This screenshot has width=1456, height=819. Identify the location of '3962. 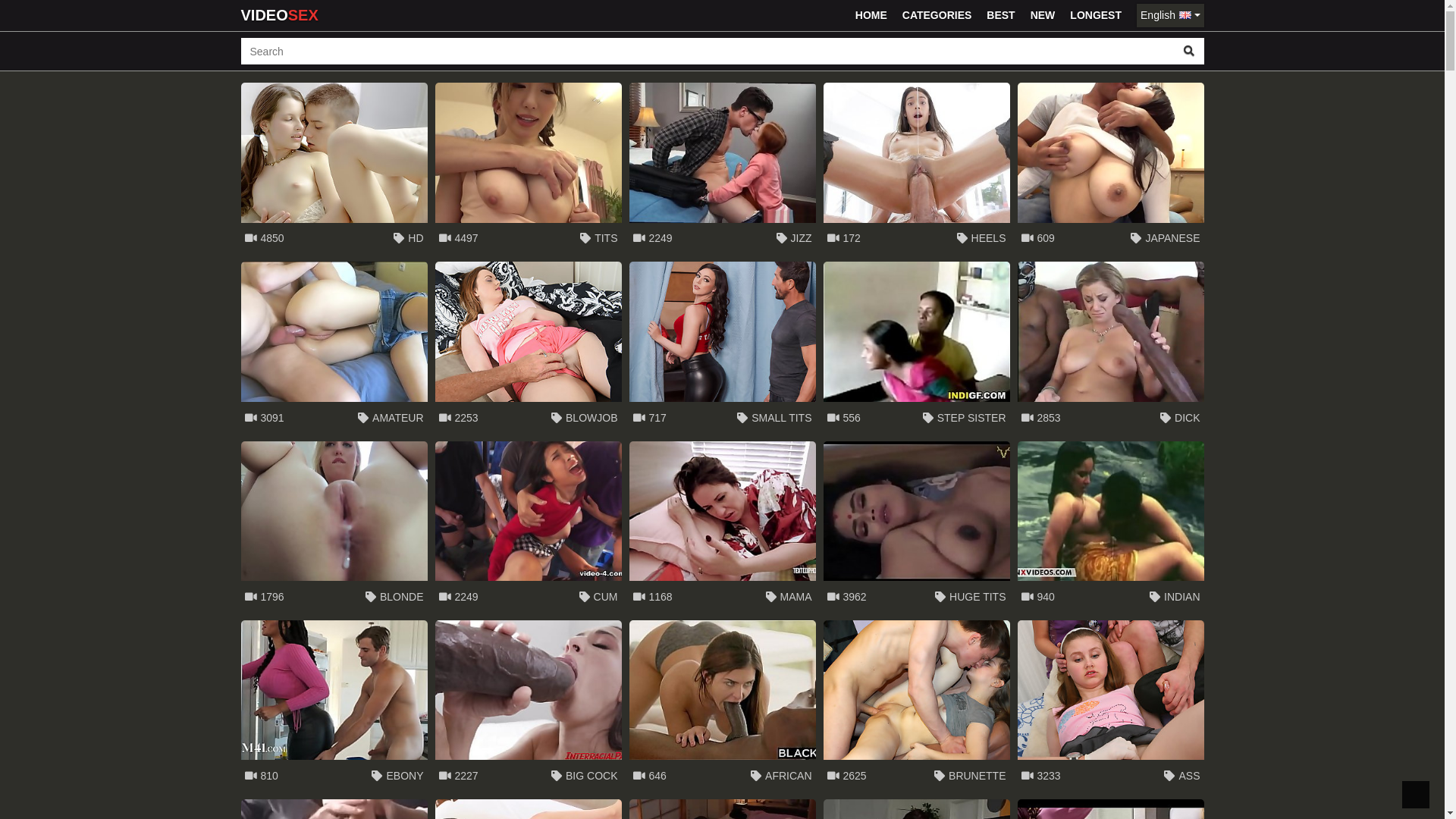
(916, 526).